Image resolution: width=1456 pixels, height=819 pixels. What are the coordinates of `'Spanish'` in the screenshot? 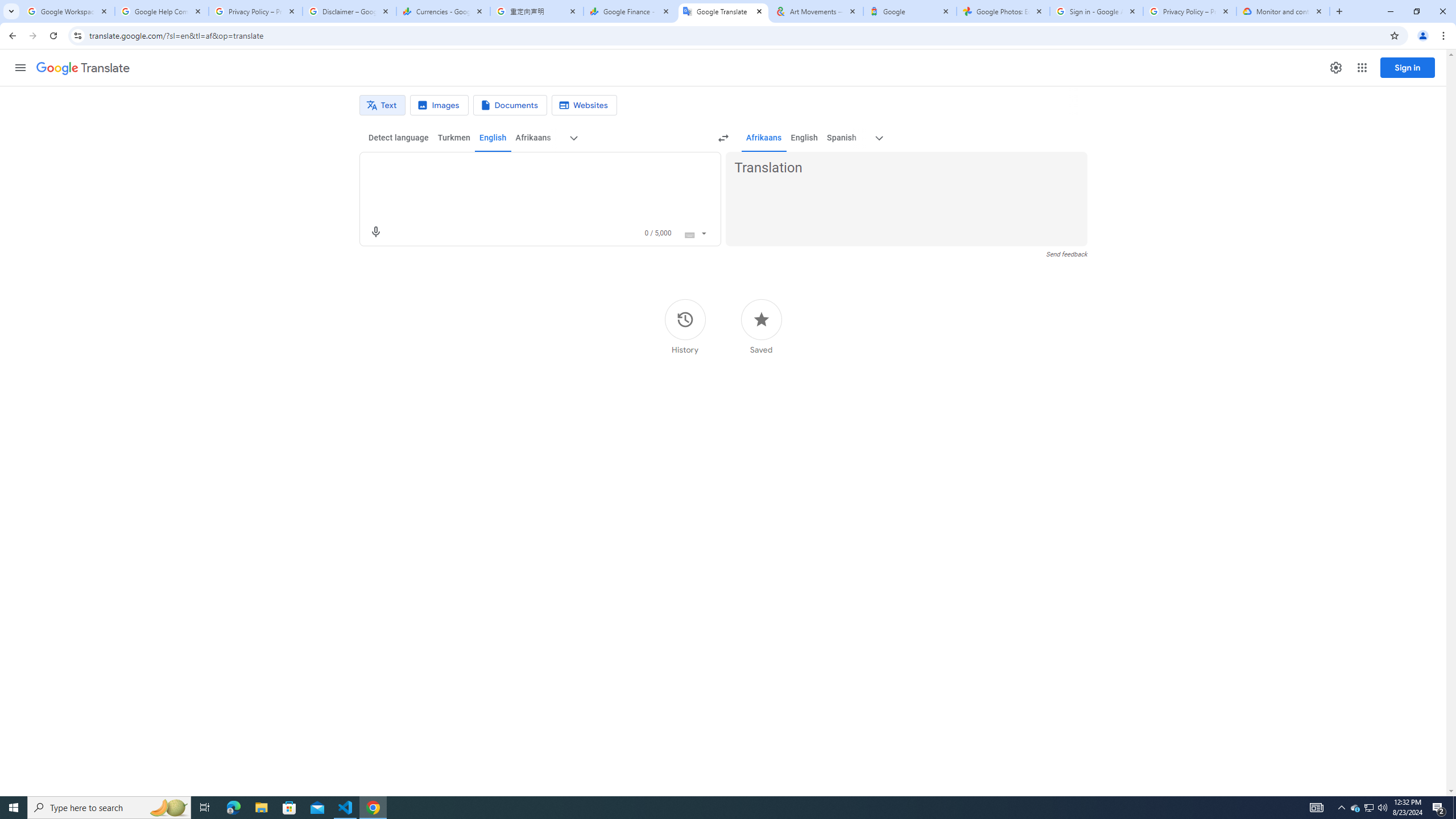 It's located at (840, 137).